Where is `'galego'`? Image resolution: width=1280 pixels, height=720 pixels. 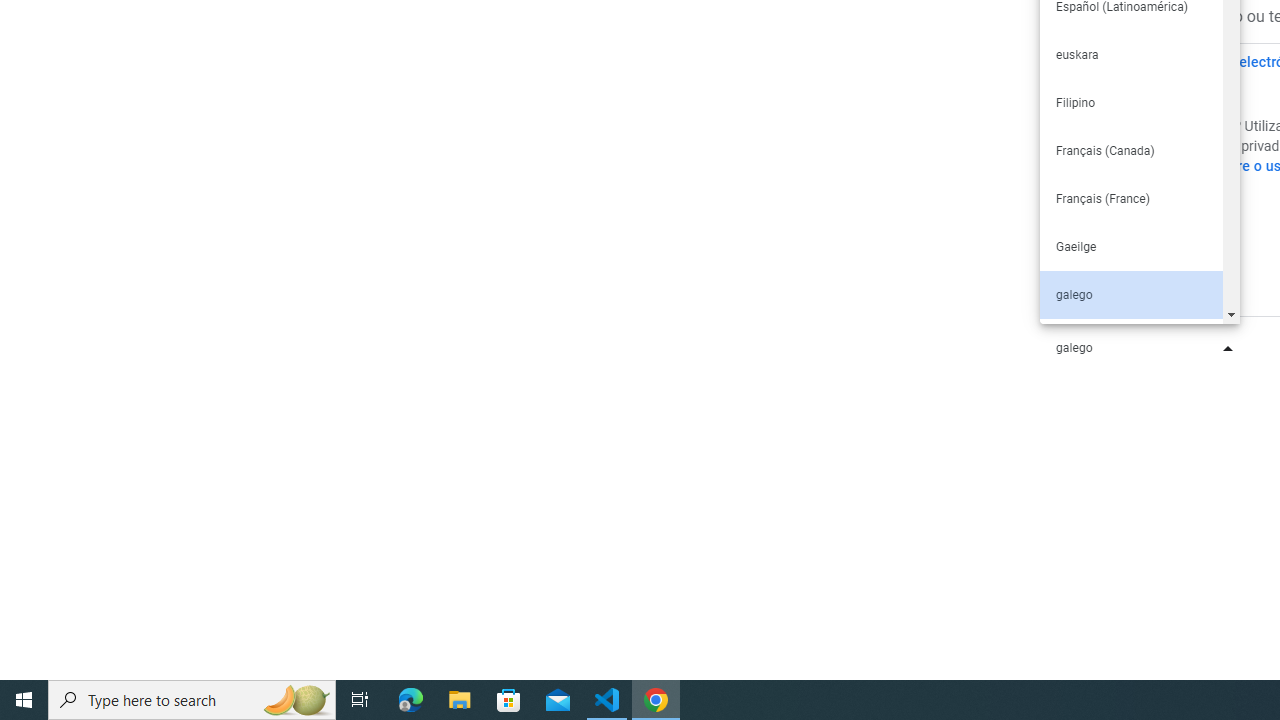 'galego' is located at coordinates (1130, 294).